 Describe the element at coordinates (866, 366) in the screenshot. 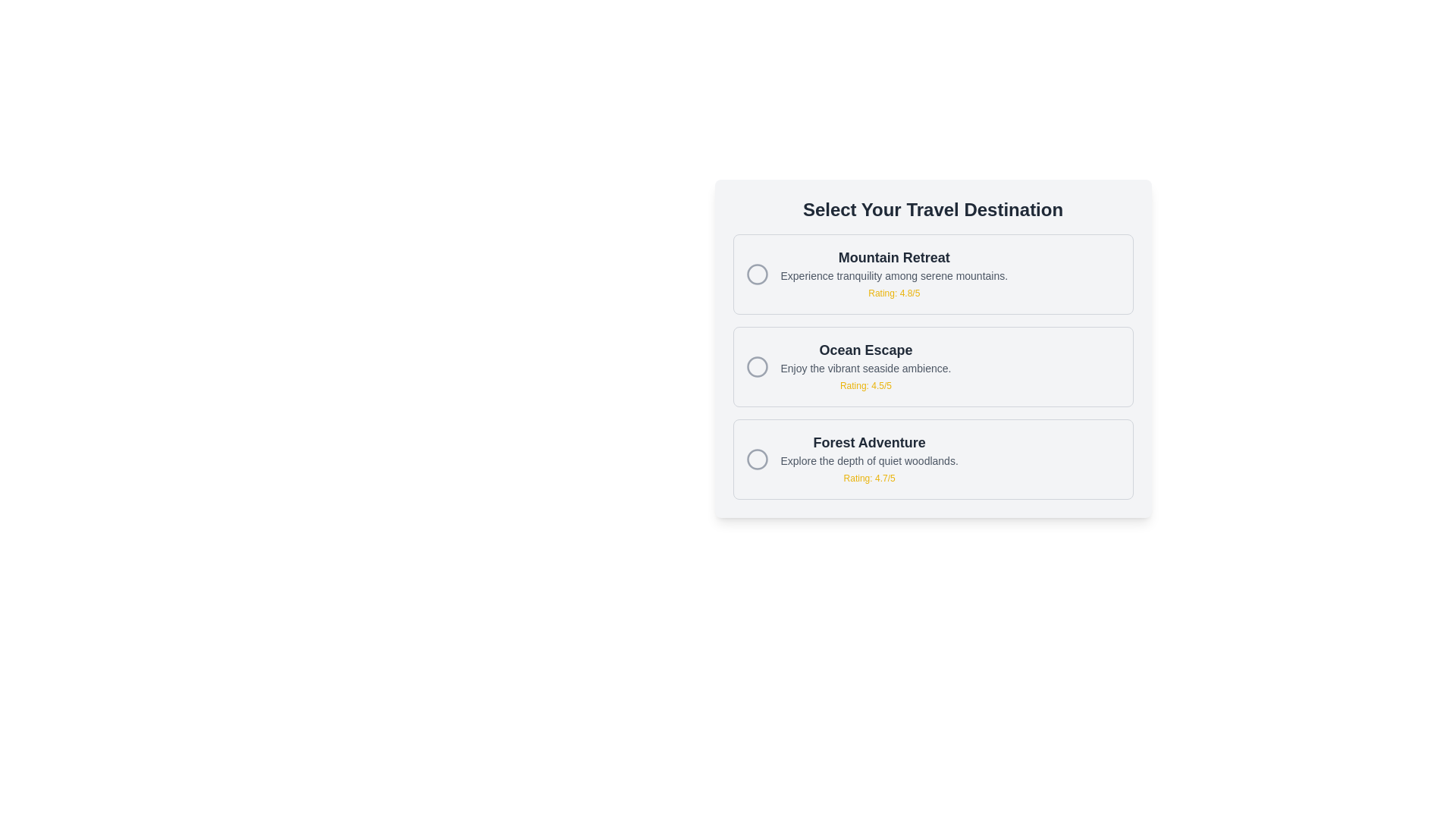

I see `the 'Ocean Escape' text block` at that location.